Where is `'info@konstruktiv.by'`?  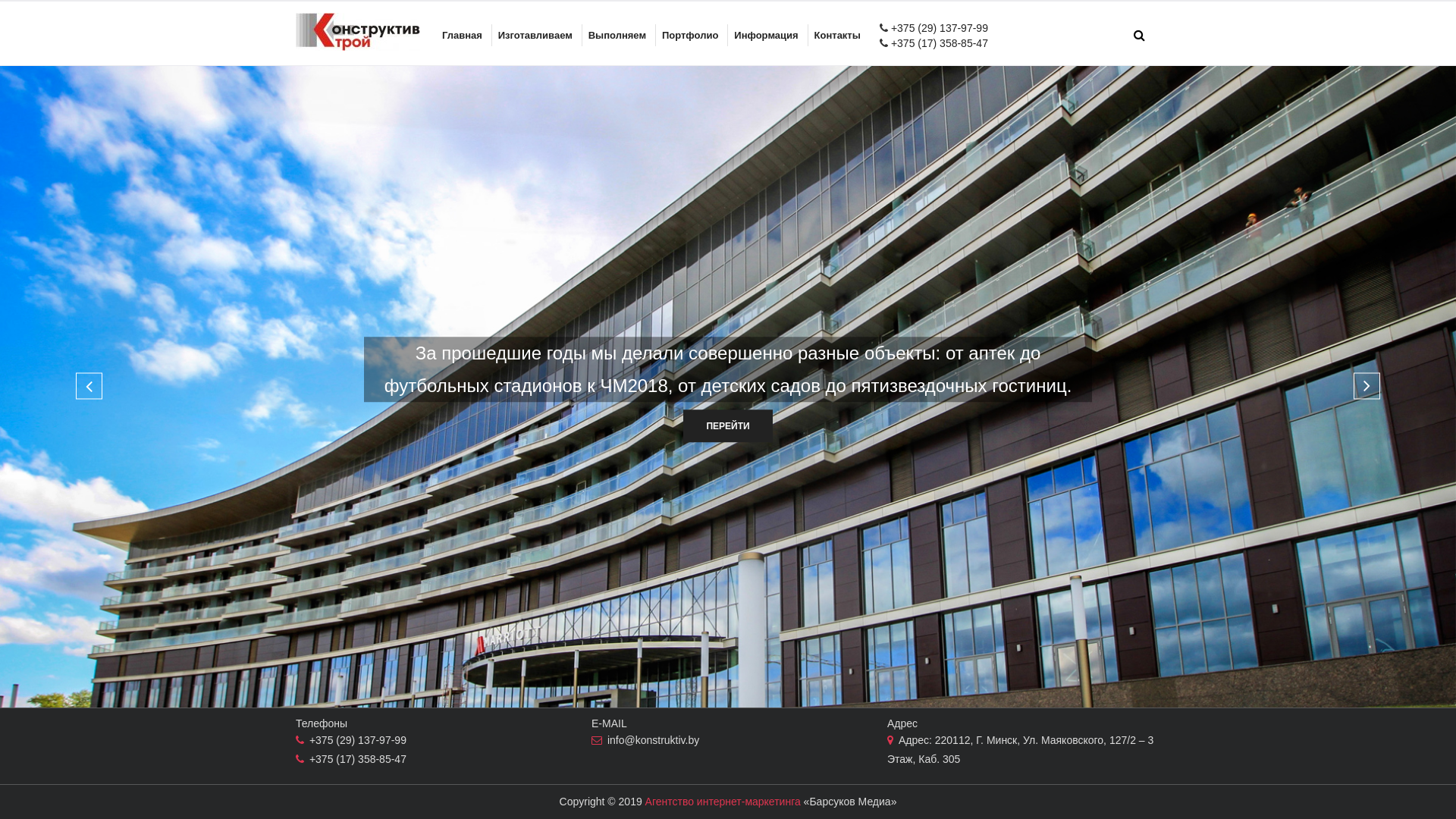 'info@konstruktiv.by' is located at coordinates (607, 739).